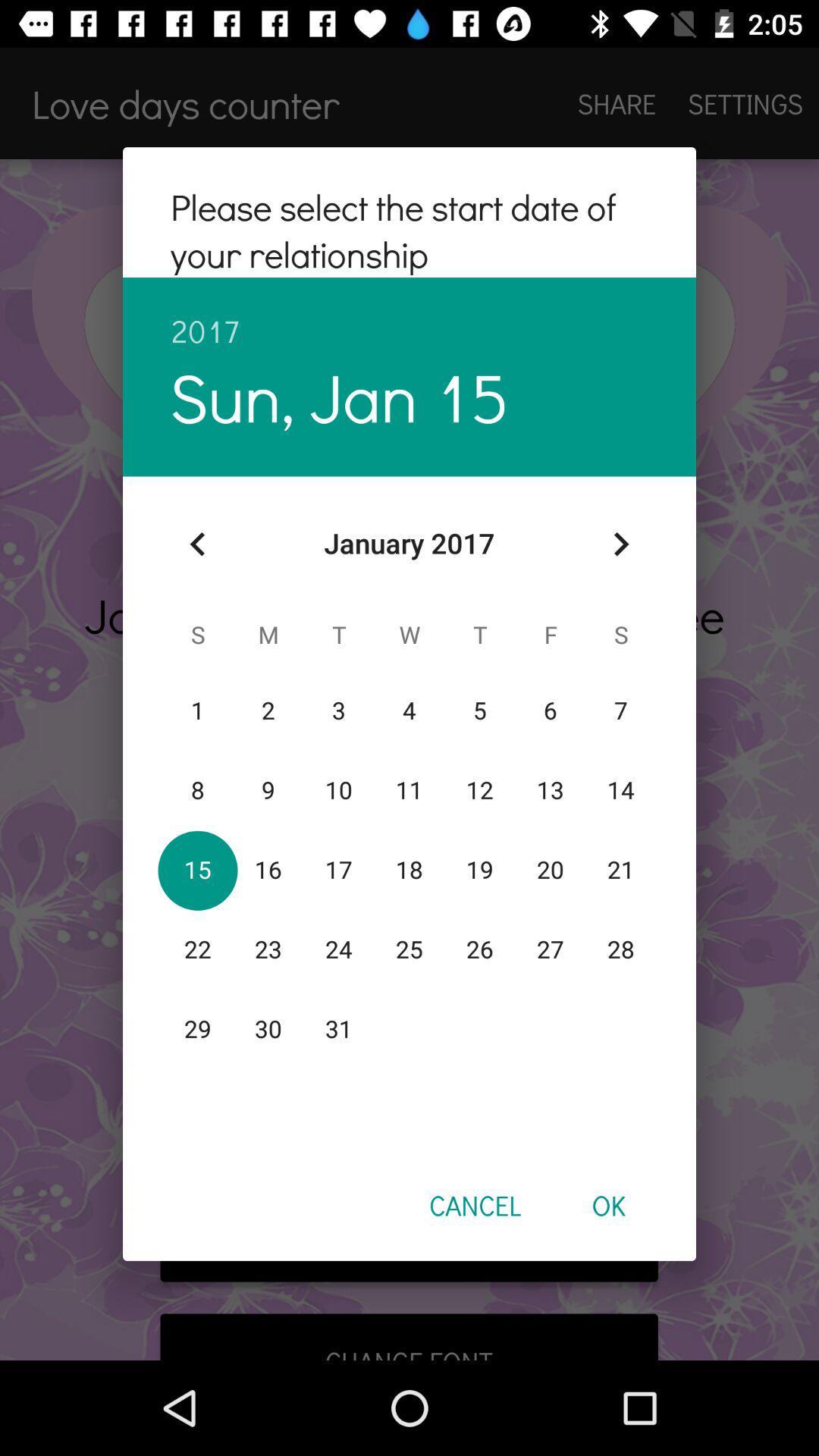 This screenshot has width=819, height=1456. What do you see at coordinates (607, 1204) in the screenshot?
I see `the icon next to cancel item` at bounding box center [607, 1204].